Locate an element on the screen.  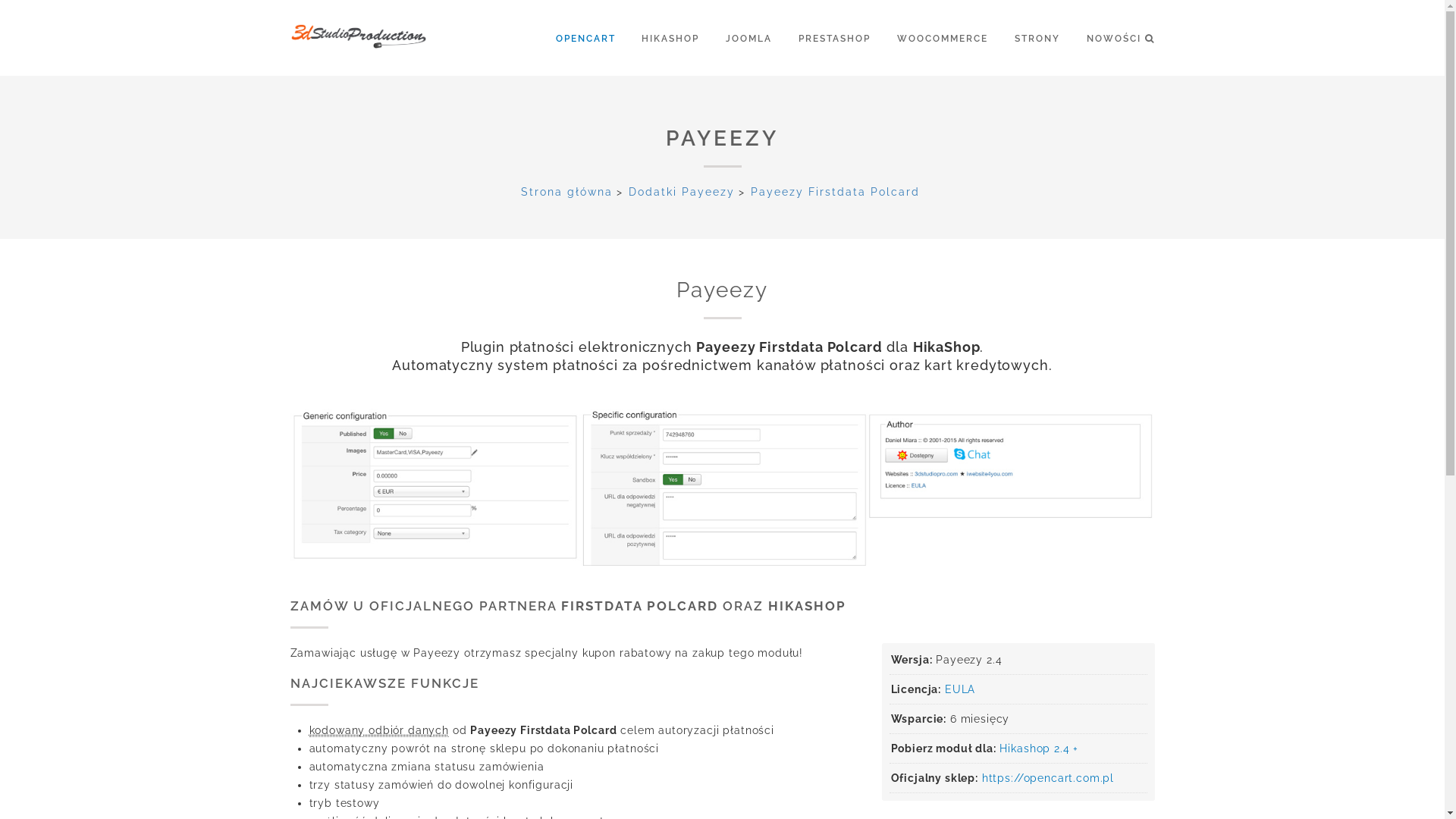
'EULA' is located at coordinates (959, 689).